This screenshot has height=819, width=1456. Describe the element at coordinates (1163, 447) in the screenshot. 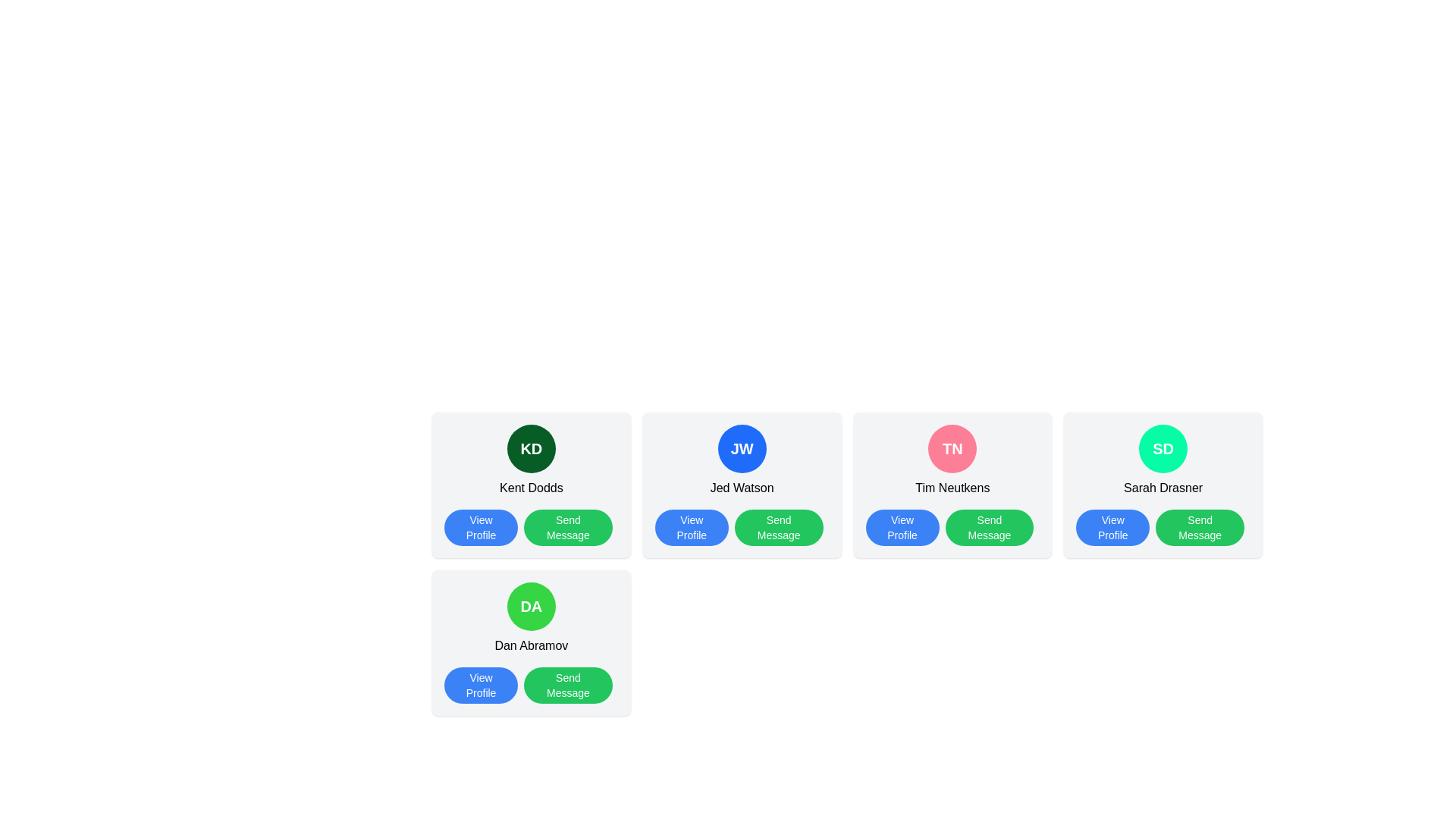

I see `the text element with initials 'SD' that is styled in bold white font within a teal circular background, located in the top right of the profile card` at that location.